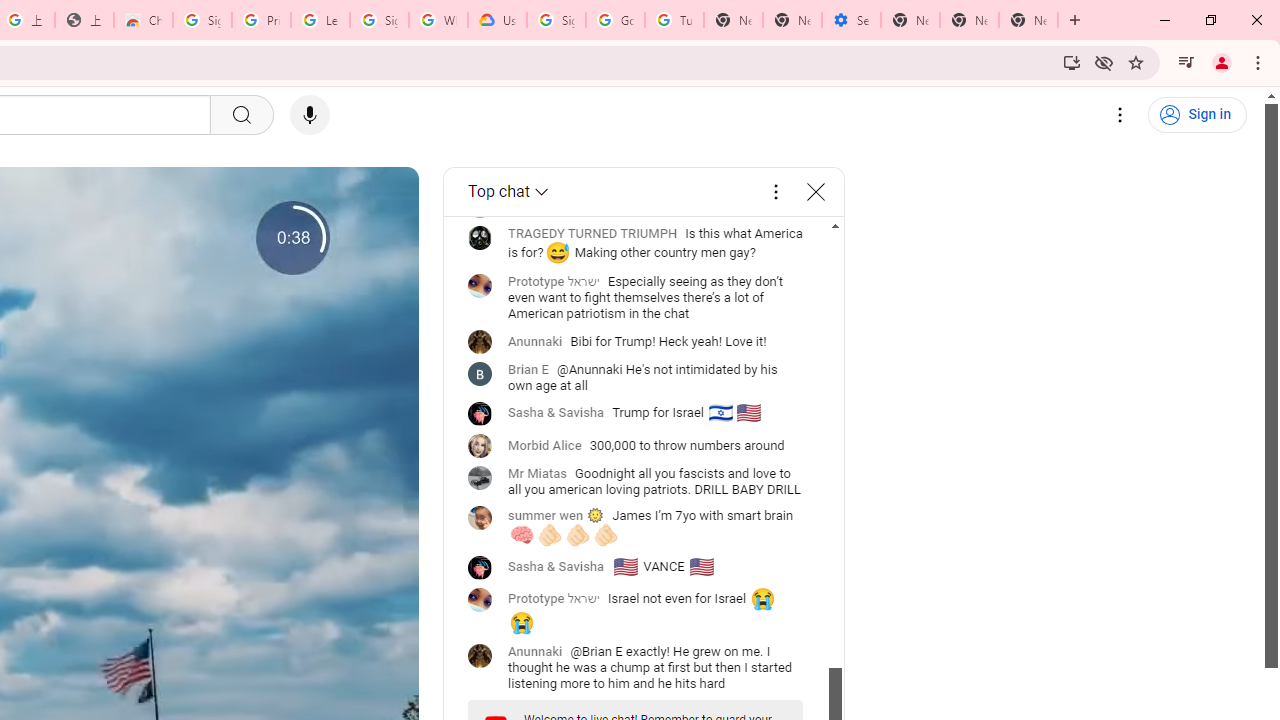 The height and width of the screenshot is (720, 1280). Describe the element at coordinates (1028, 20) in the screenshot. I see `'New Tab'` at that location.